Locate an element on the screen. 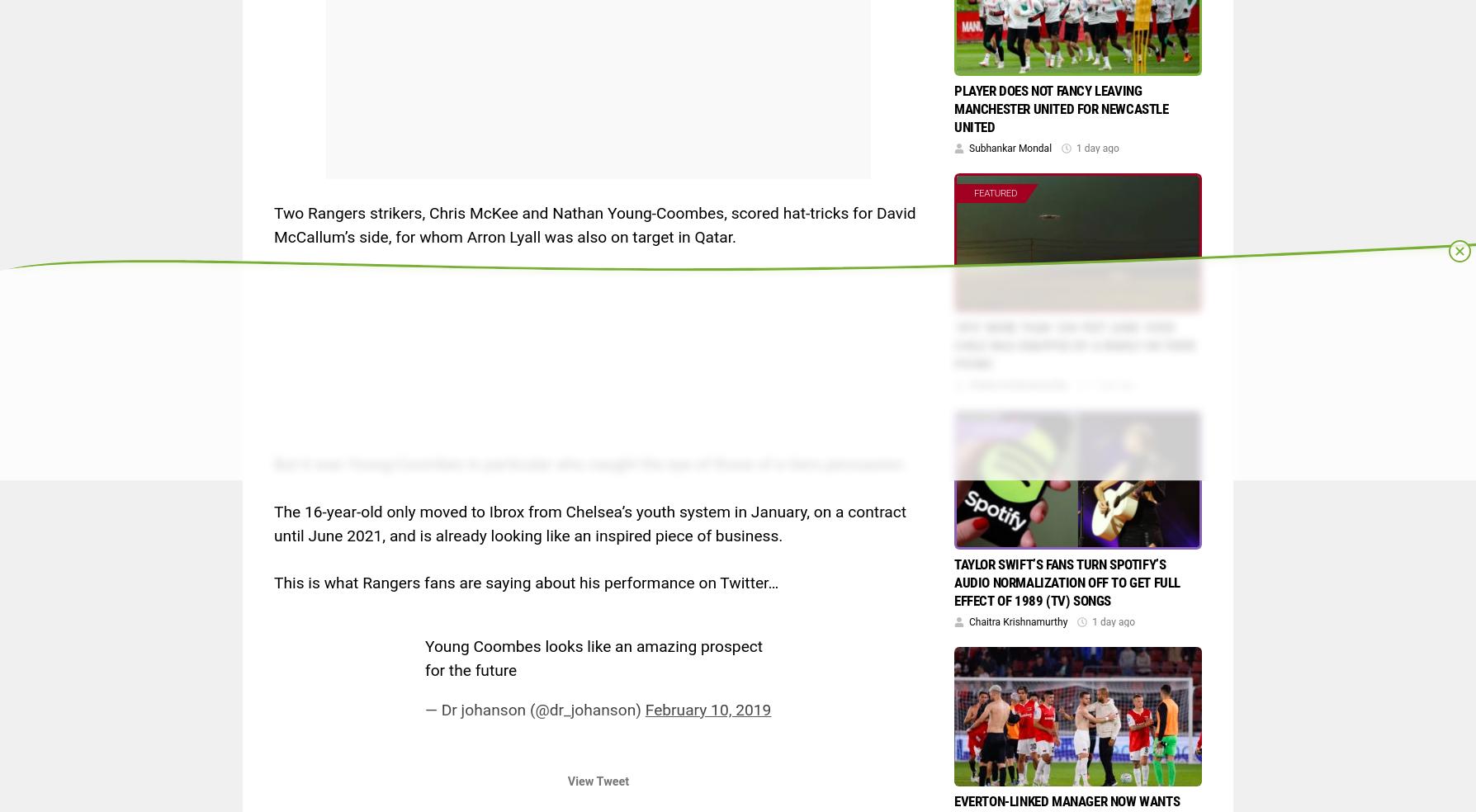 The height and width of the screenshot is (812, 1476). 'Player does not fancy leaving Manchester United for Newcastle United' is located at coordinates (1060, 108).